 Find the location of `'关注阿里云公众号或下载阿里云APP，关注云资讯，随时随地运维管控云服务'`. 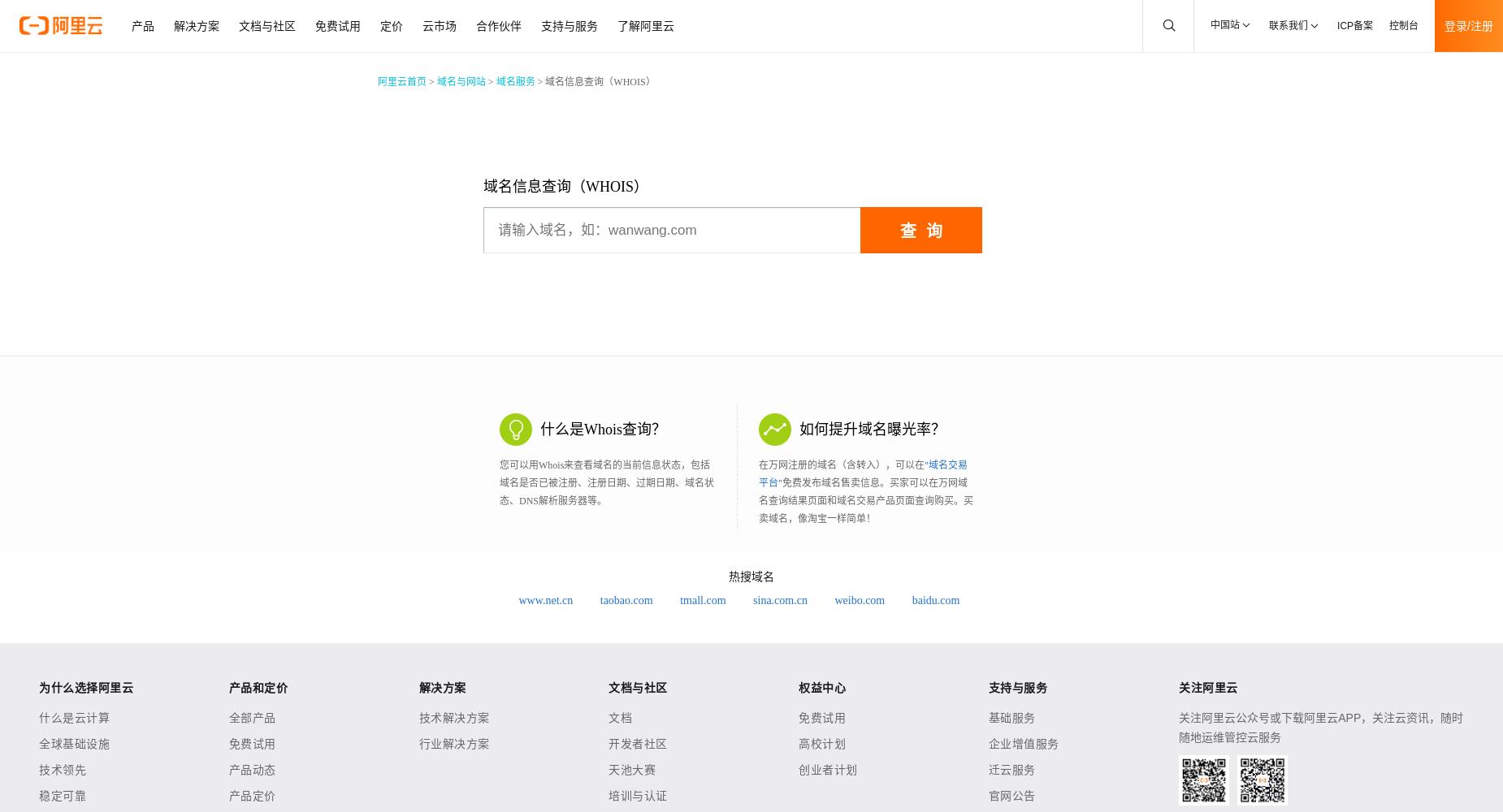

'关注阿里云公众号或下载阿里云APP，关注云资讯，随时随地运维管控云服务' is located at coordinates (1178, 728).